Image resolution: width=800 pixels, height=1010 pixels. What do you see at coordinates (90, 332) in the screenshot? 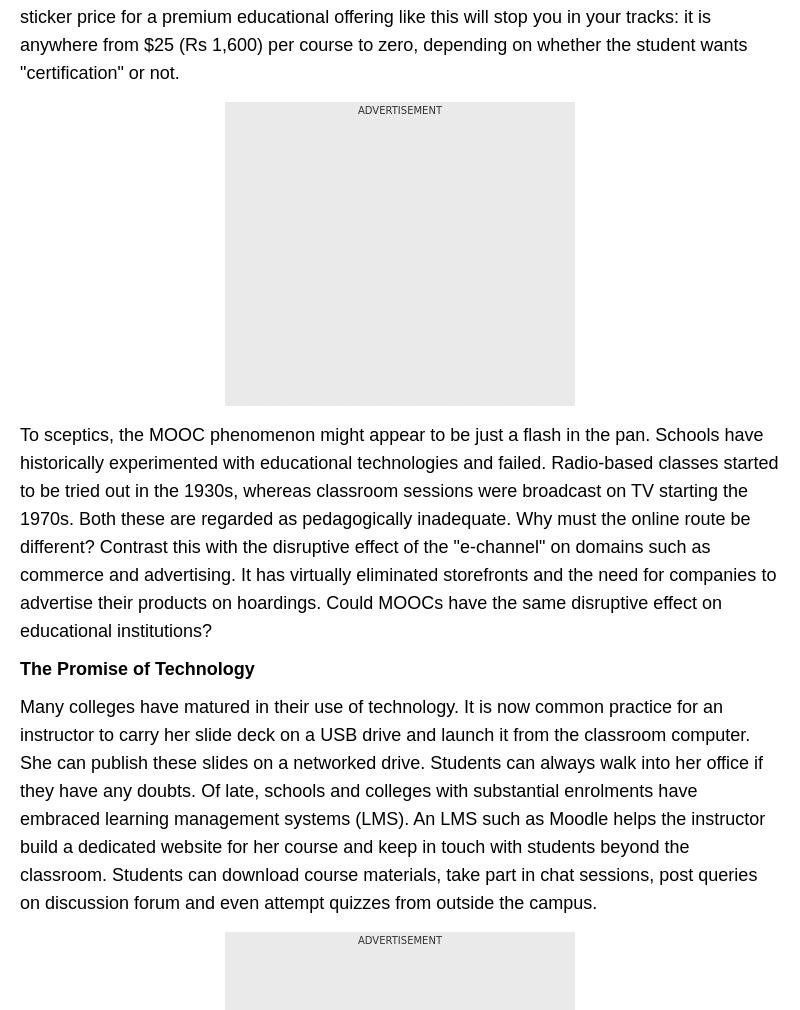
I see `'events'` at bounding box center [90, 332].